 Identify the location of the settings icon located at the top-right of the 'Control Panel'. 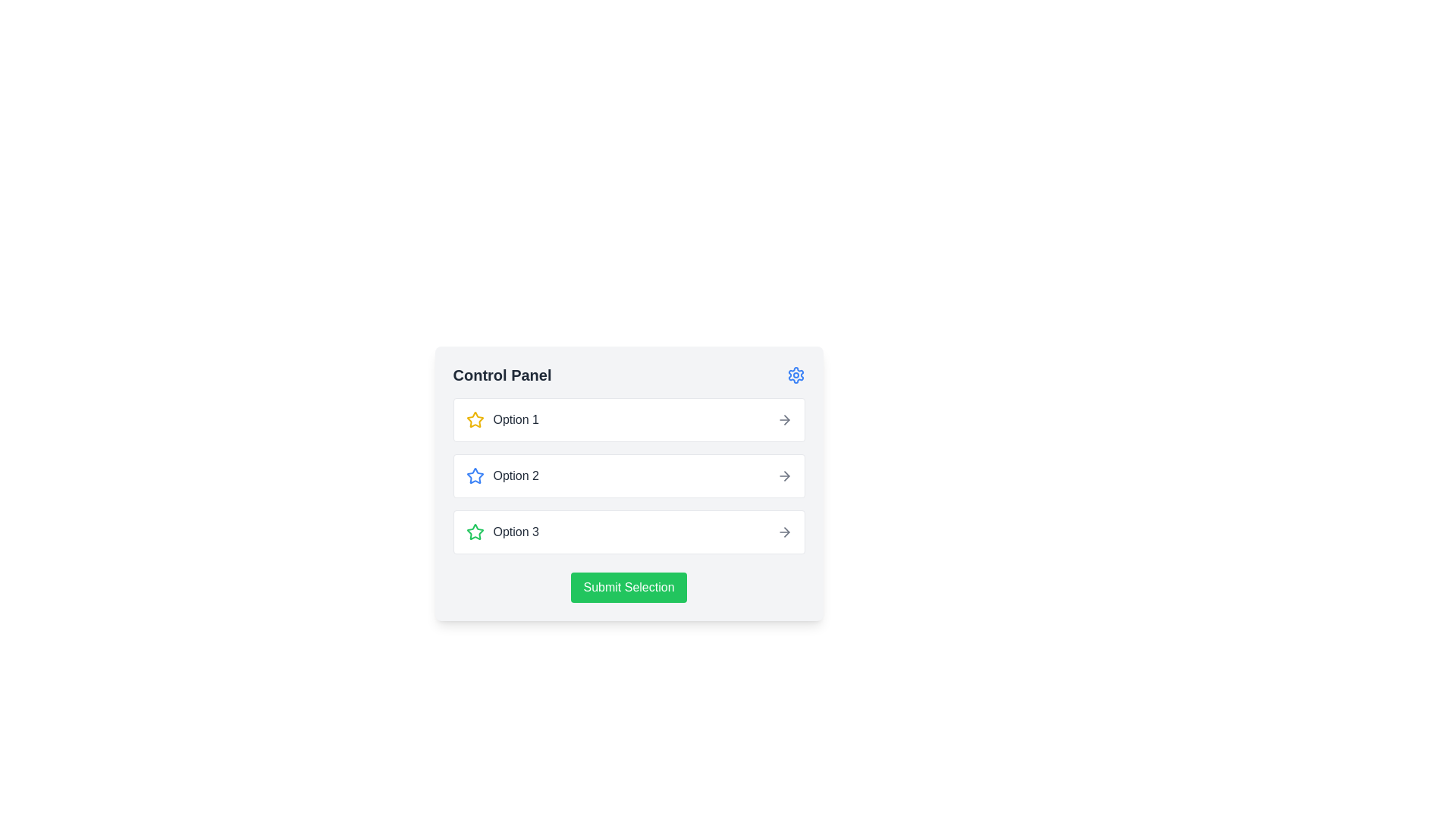
(795, 375).